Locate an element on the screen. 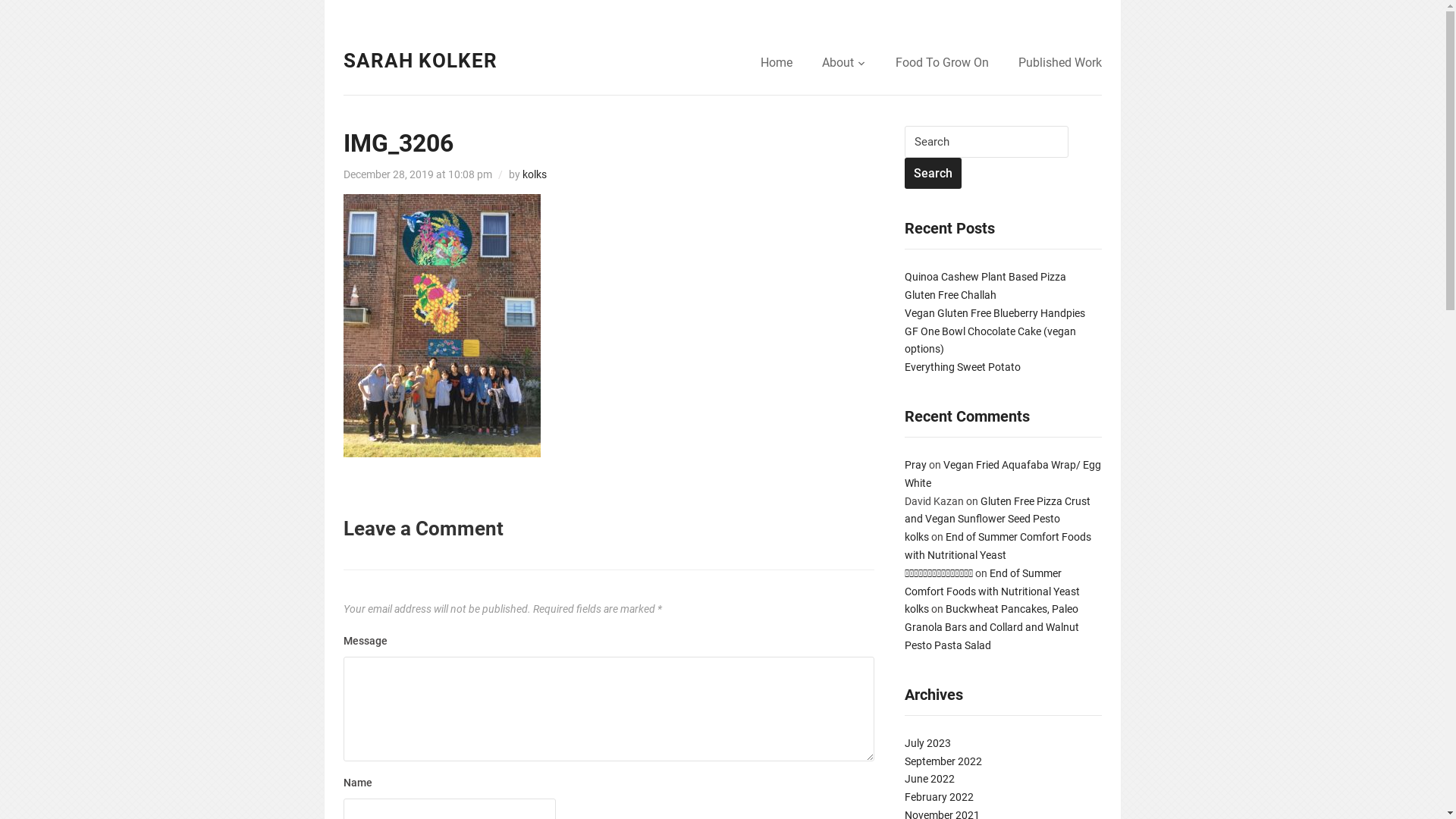  'Quinoa Cashew Plant Based Pizza' is located at coordinates (984, 277).